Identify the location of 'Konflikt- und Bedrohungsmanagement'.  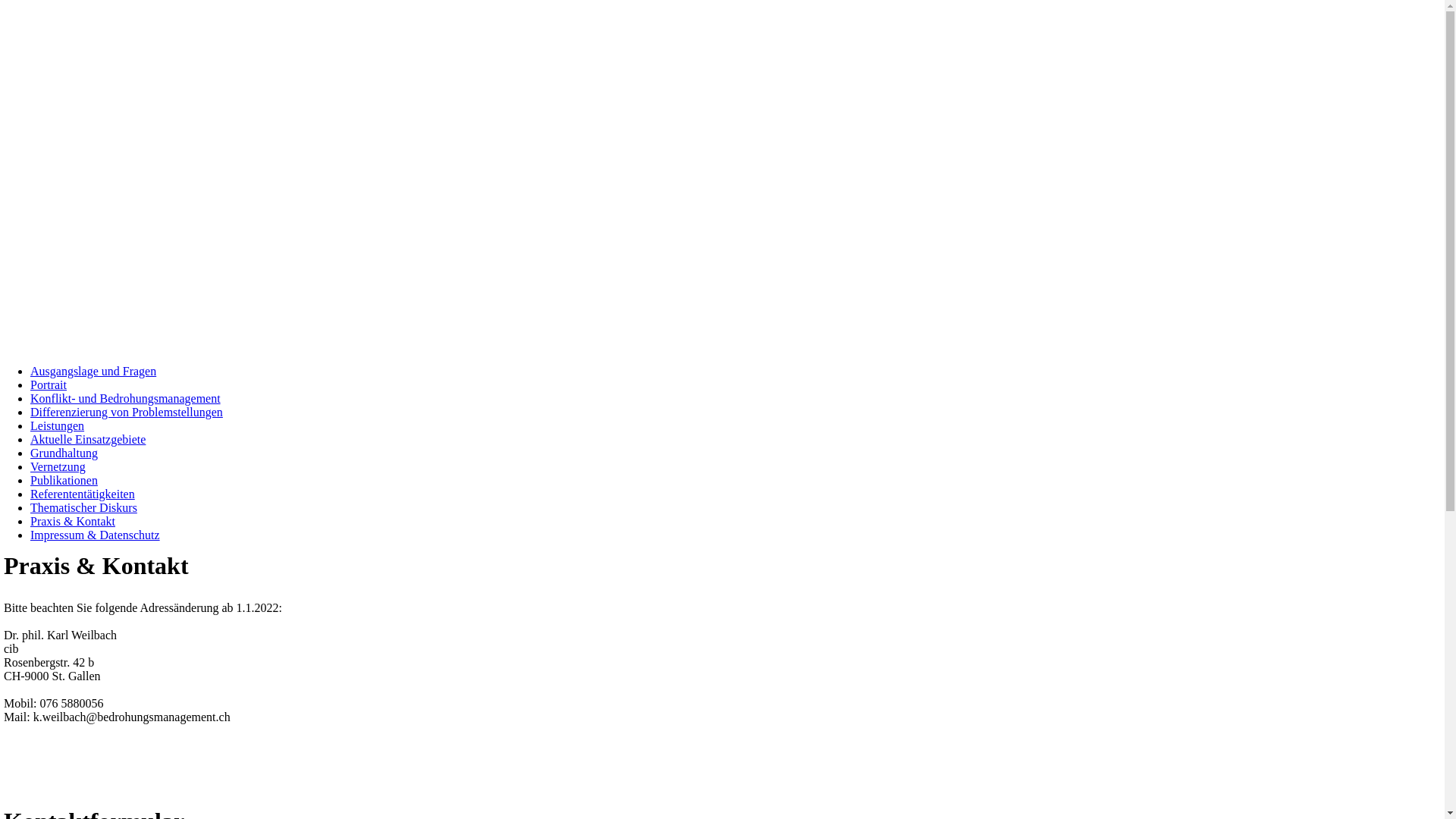
(125, 397).